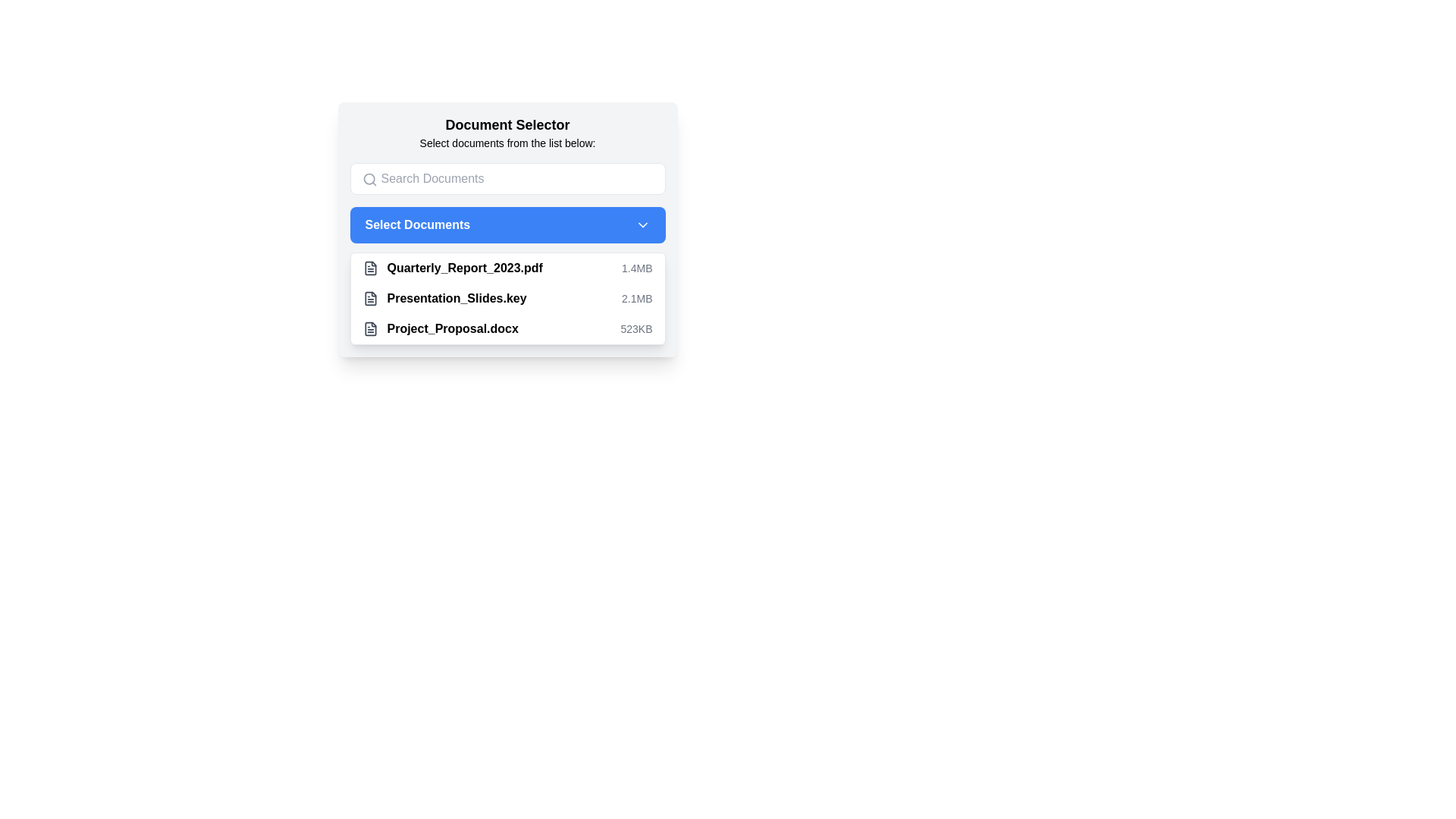 The width and height of the screenshot is (1456, 819). Describe the element at coordinates (456, 298) in the screenshot. I see `the text label representing the file 'Presentation_Slides.key' in the document selection interface, located in the second row of the file list` at that location.